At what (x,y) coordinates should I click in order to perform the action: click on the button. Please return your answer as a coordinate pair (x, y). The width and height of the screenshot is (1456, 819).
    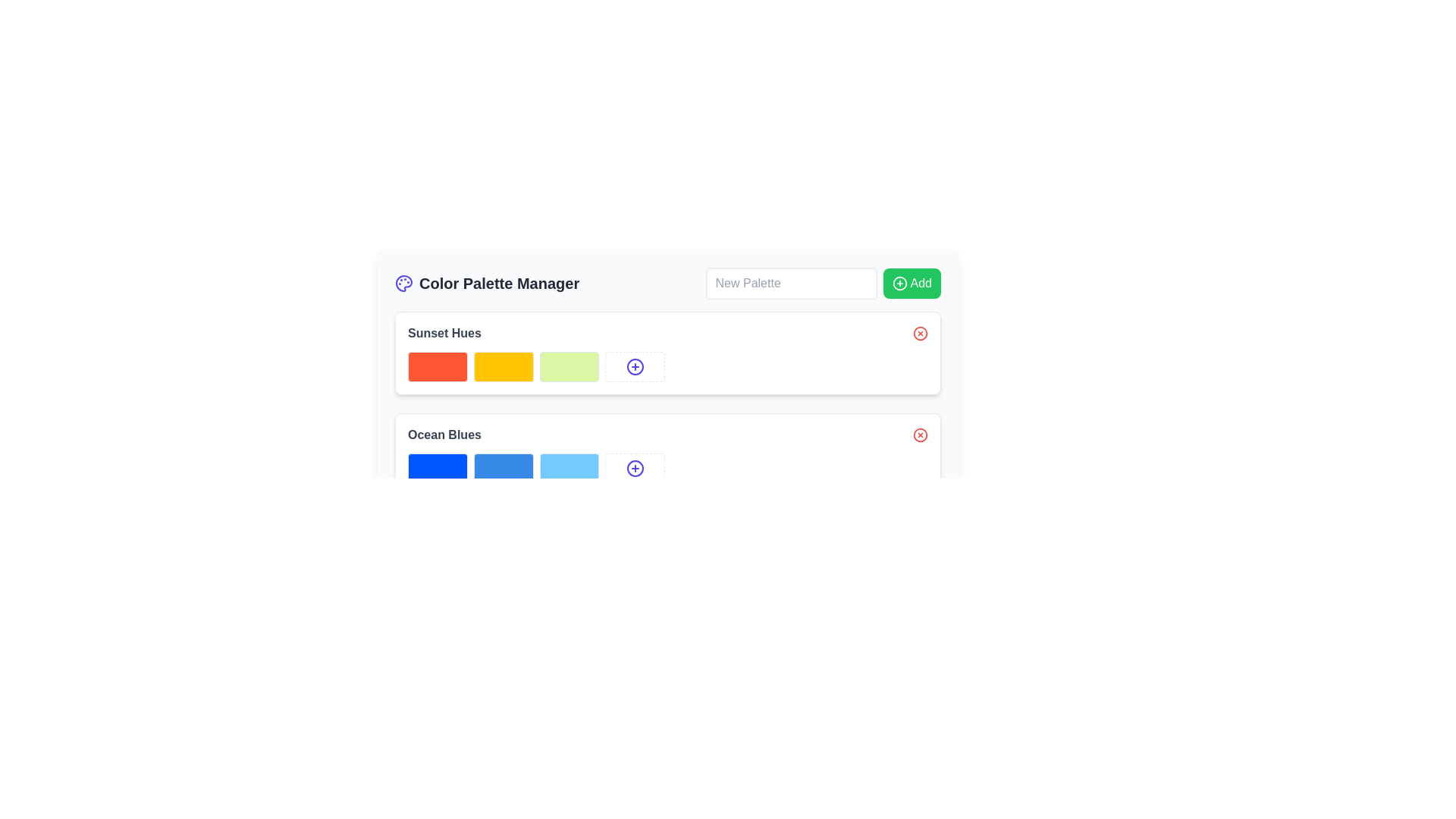
    Looking at the image, I should click on (635, 366).